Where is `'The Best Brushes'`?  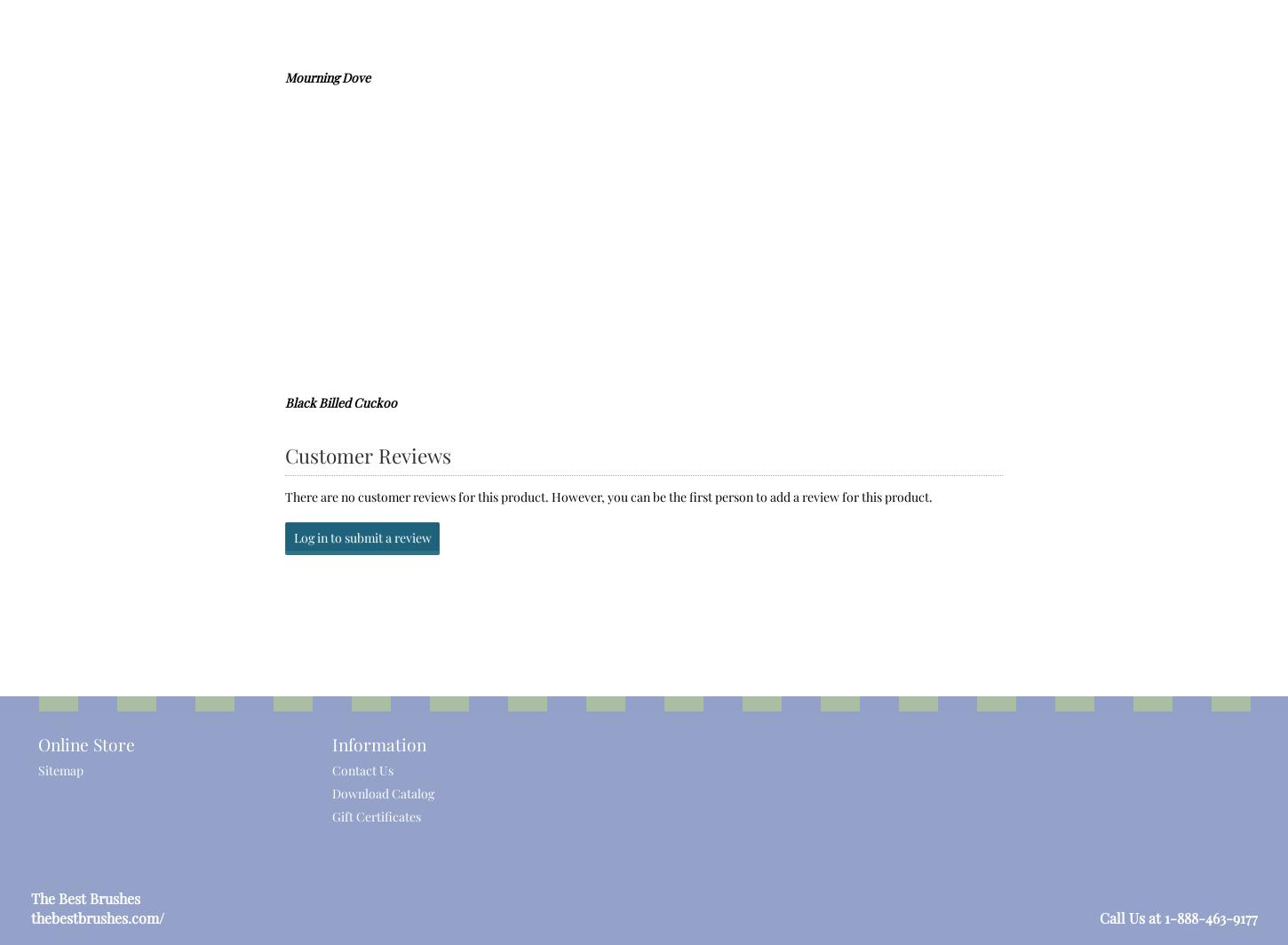 'The Best Brushes' is located at coordinates (84, 897).